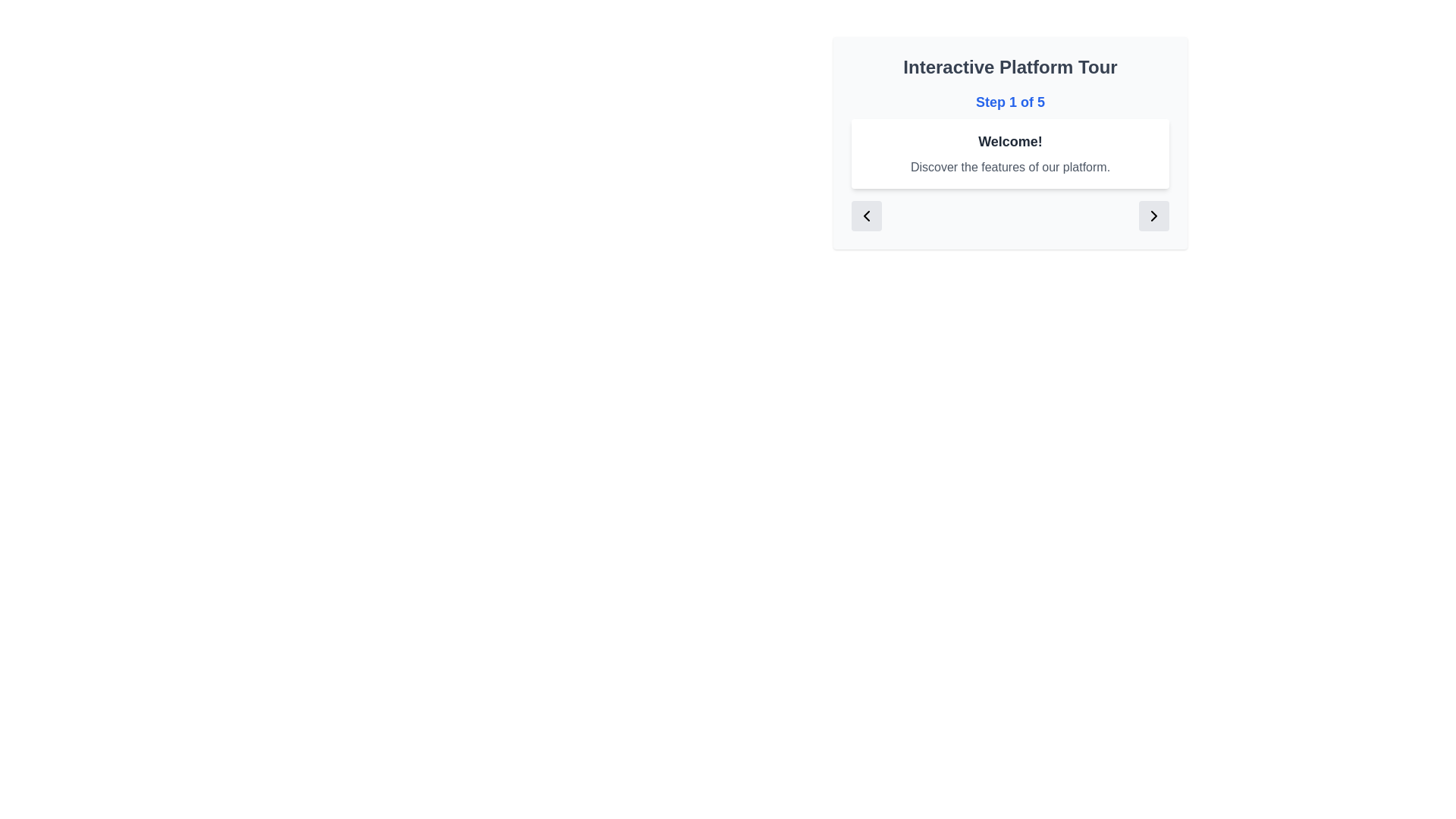 Image resolution: width=1456 pixels, height=819 pixels. I want to click on the message displayed on the Informational Card located within the 'Interactive Platform Tour' section, positioned below 'Step 1 of 5', so click(1010, 154).